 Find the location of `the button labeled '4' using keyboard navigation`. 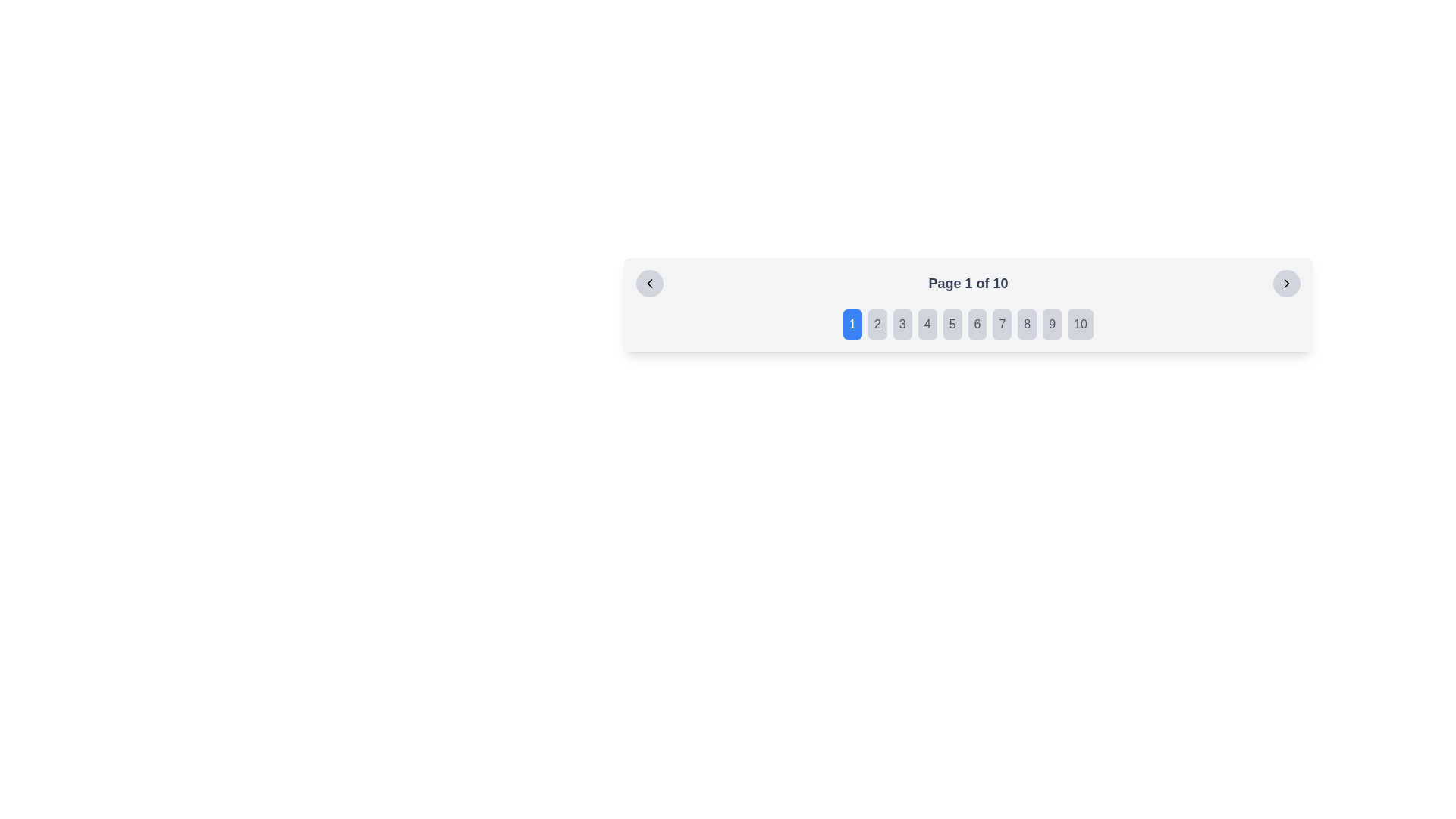

the button labeled '4' using keyboard navigation is located at coordinates (927, 324).